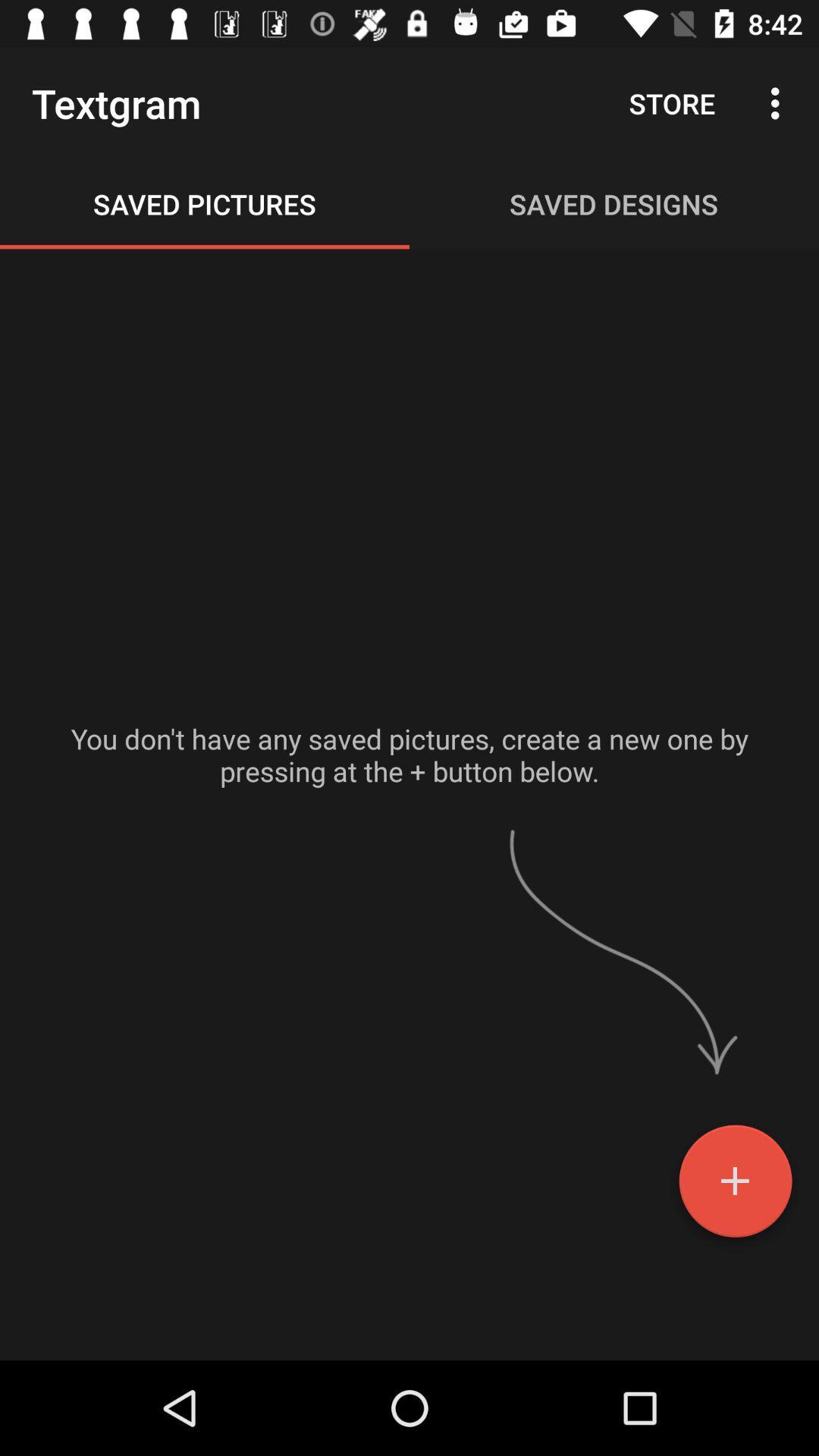 This screenshot has height=1456, width=819. I want to click on new picture, so click(734, 1186).